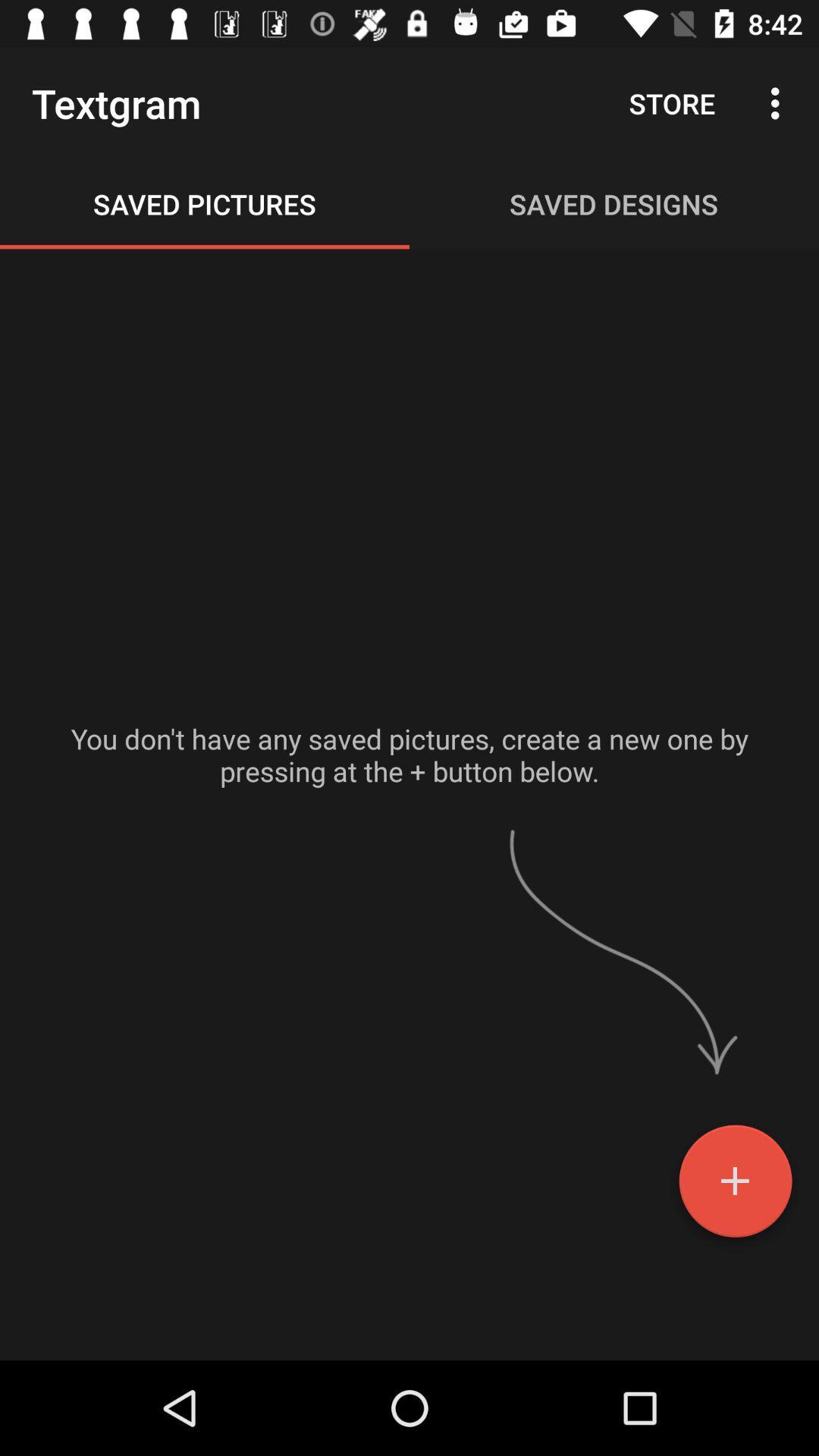 This screenshot has height=1456, width=819. I want to click on new picture, so click(734, 1186).